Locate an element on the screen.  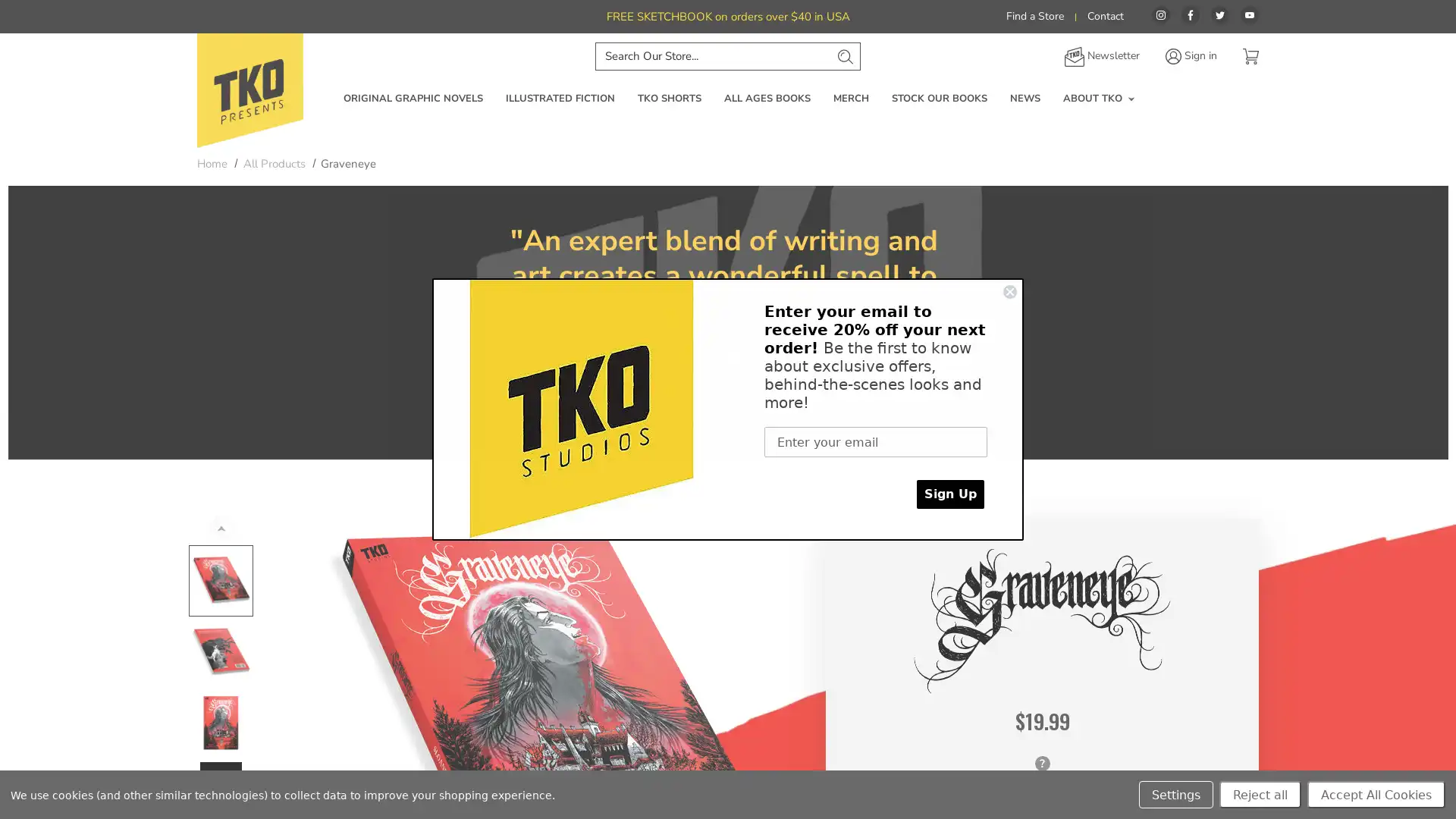
Close form is located at coordinates (1010, 292).